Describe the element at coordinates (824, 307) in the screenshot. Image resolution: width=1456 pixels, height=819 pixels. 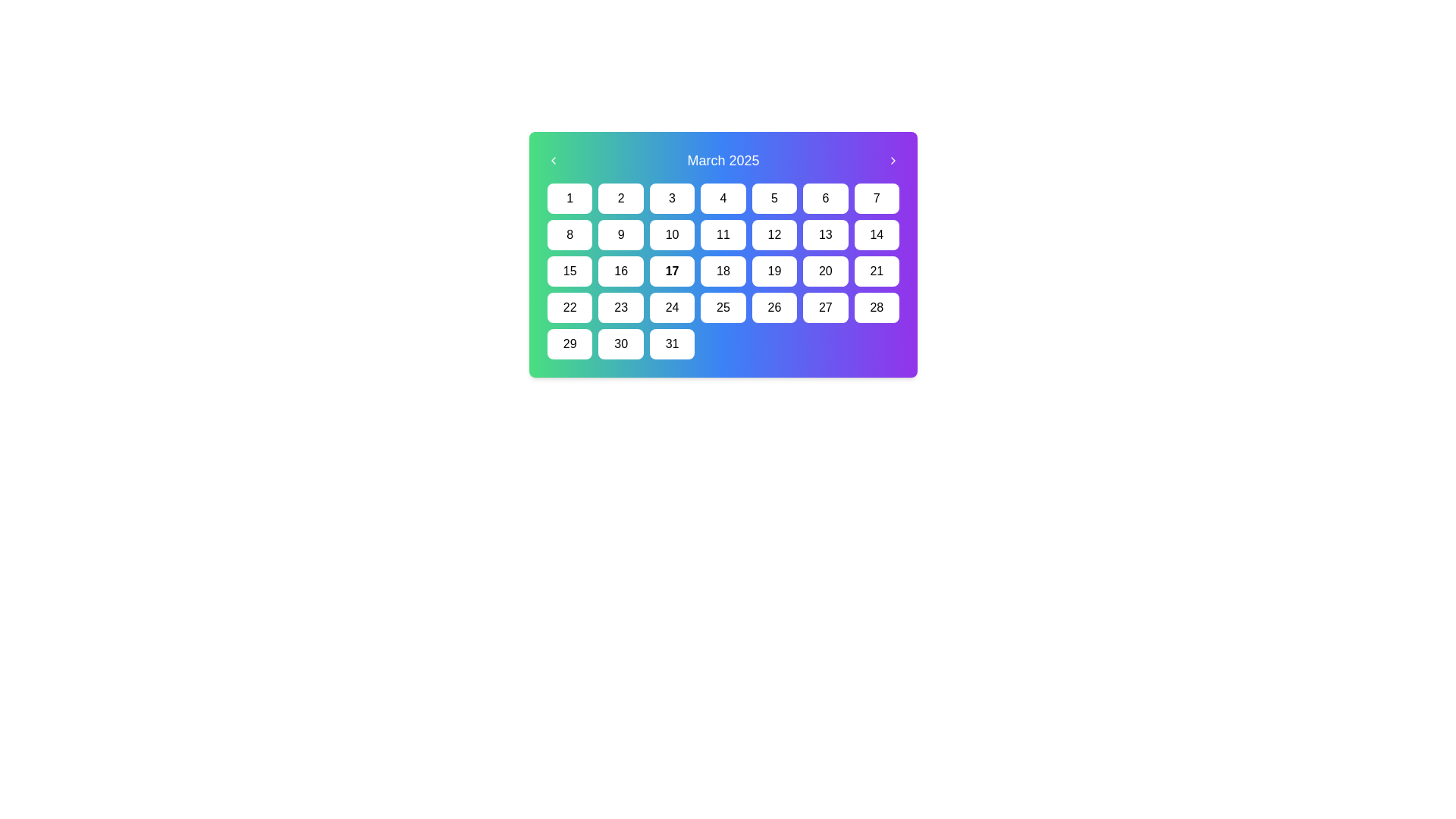
I see `the button representing the 27th day of March 2025 in the calendar interface` at that location.